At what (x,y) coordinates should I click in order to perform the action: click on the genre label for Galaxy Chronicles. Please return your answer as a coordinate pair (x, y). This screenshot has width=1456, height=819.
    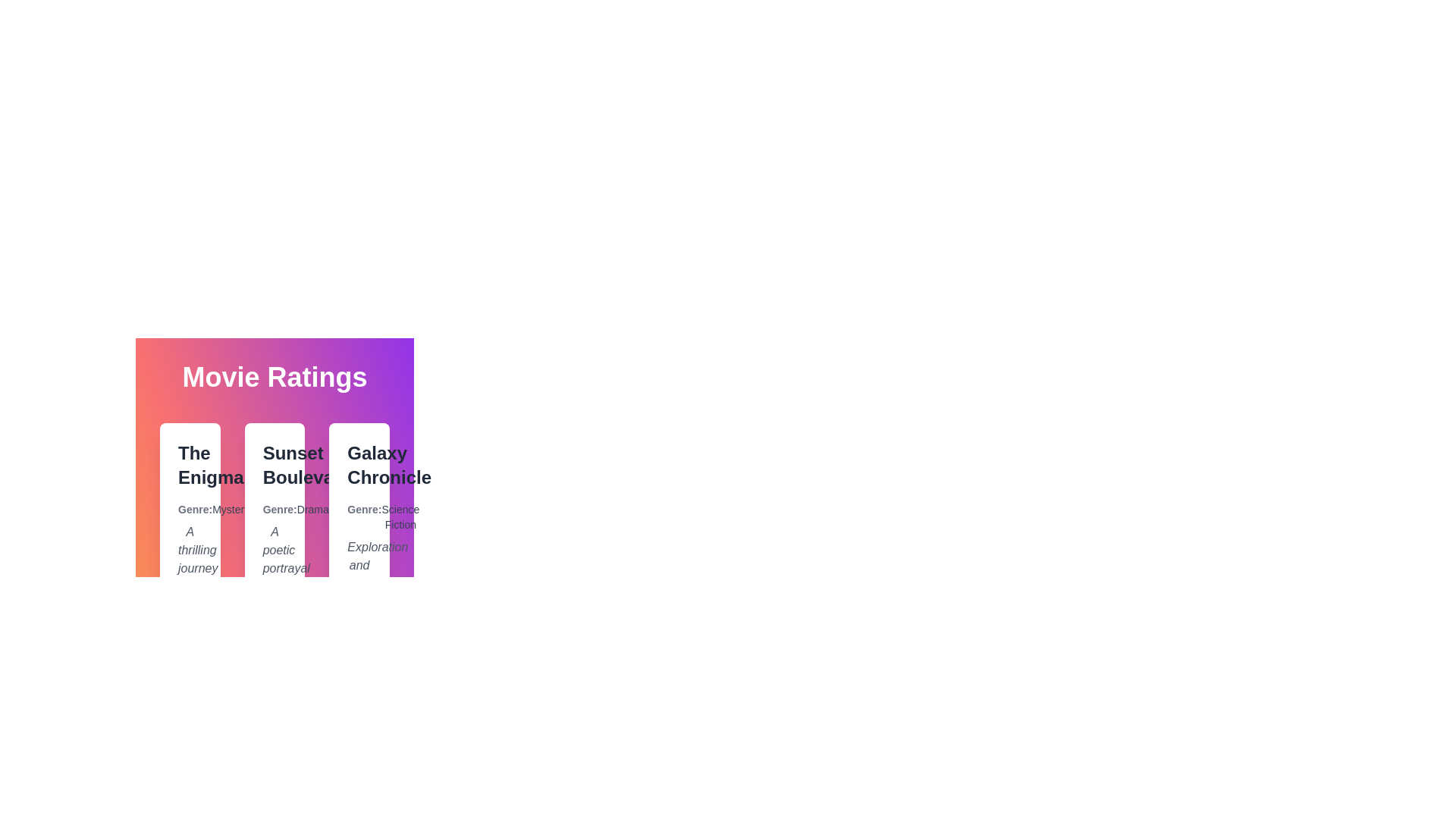
    Looking at the image, I should click on (359, 516).